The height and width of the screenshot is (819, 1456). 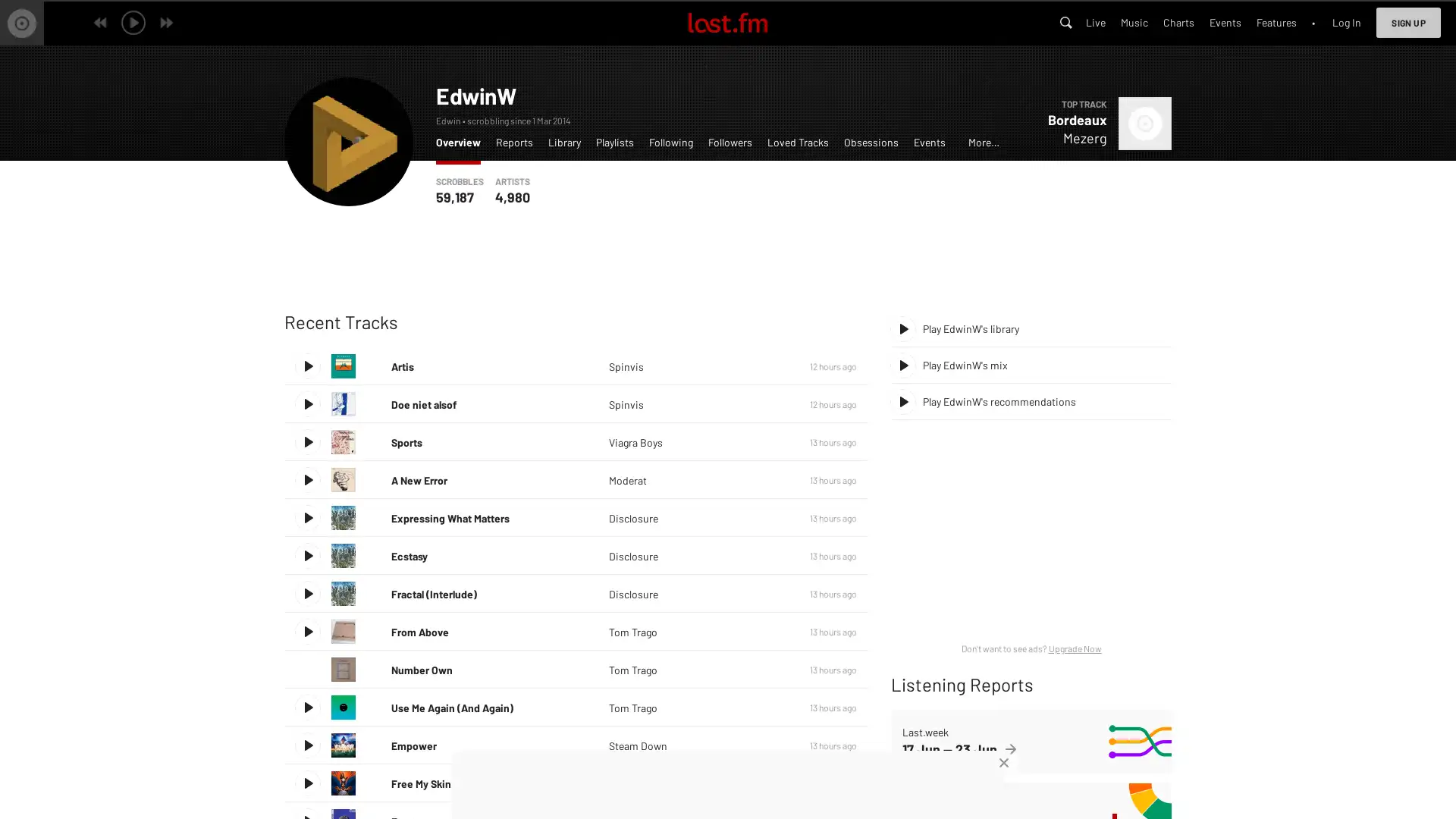 What do you see at coordinates (764, 632) in the screenshot?
I see `Buy` at bounding box center [764, 632].